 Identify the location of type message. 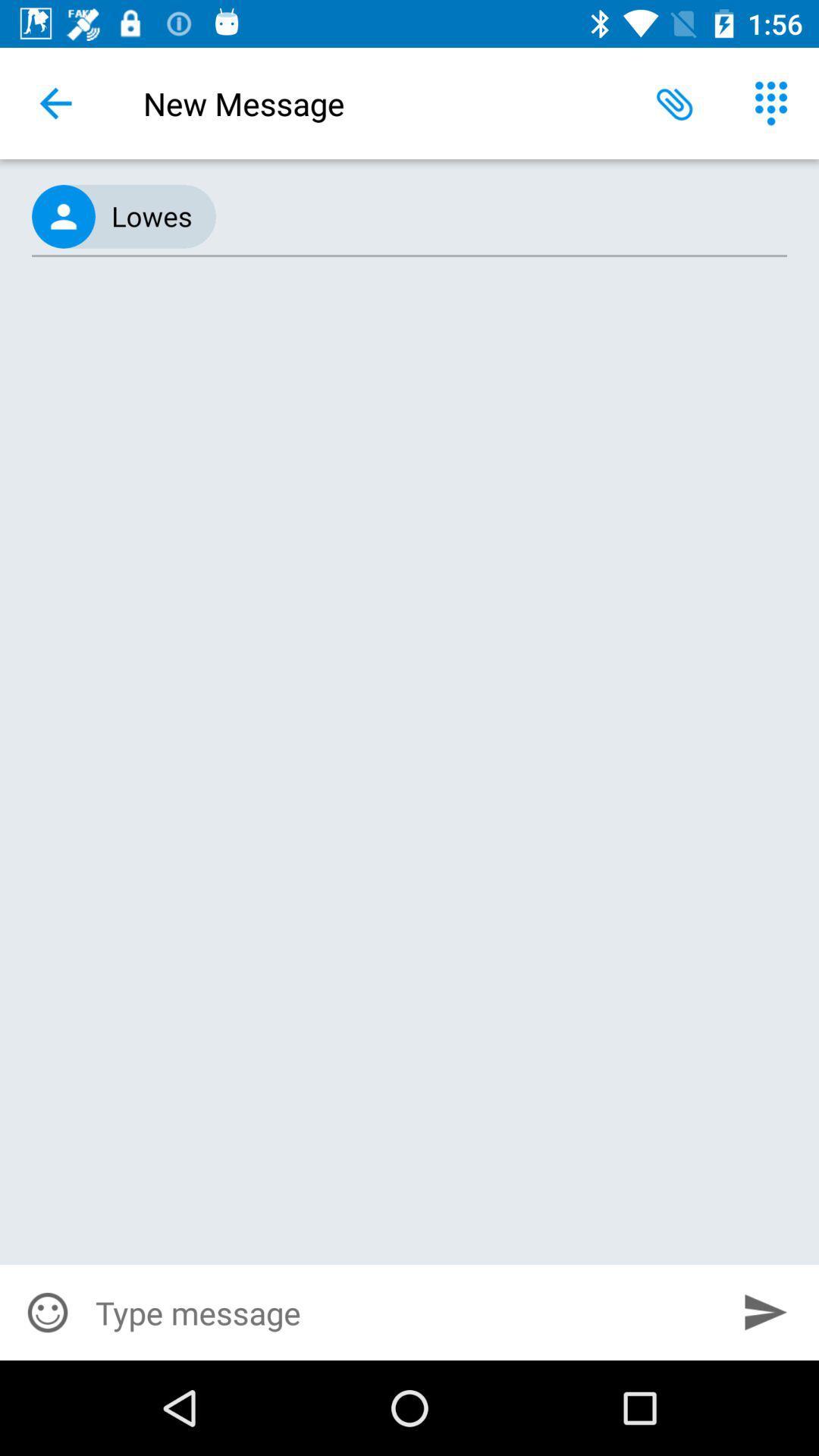
(403, 1312).